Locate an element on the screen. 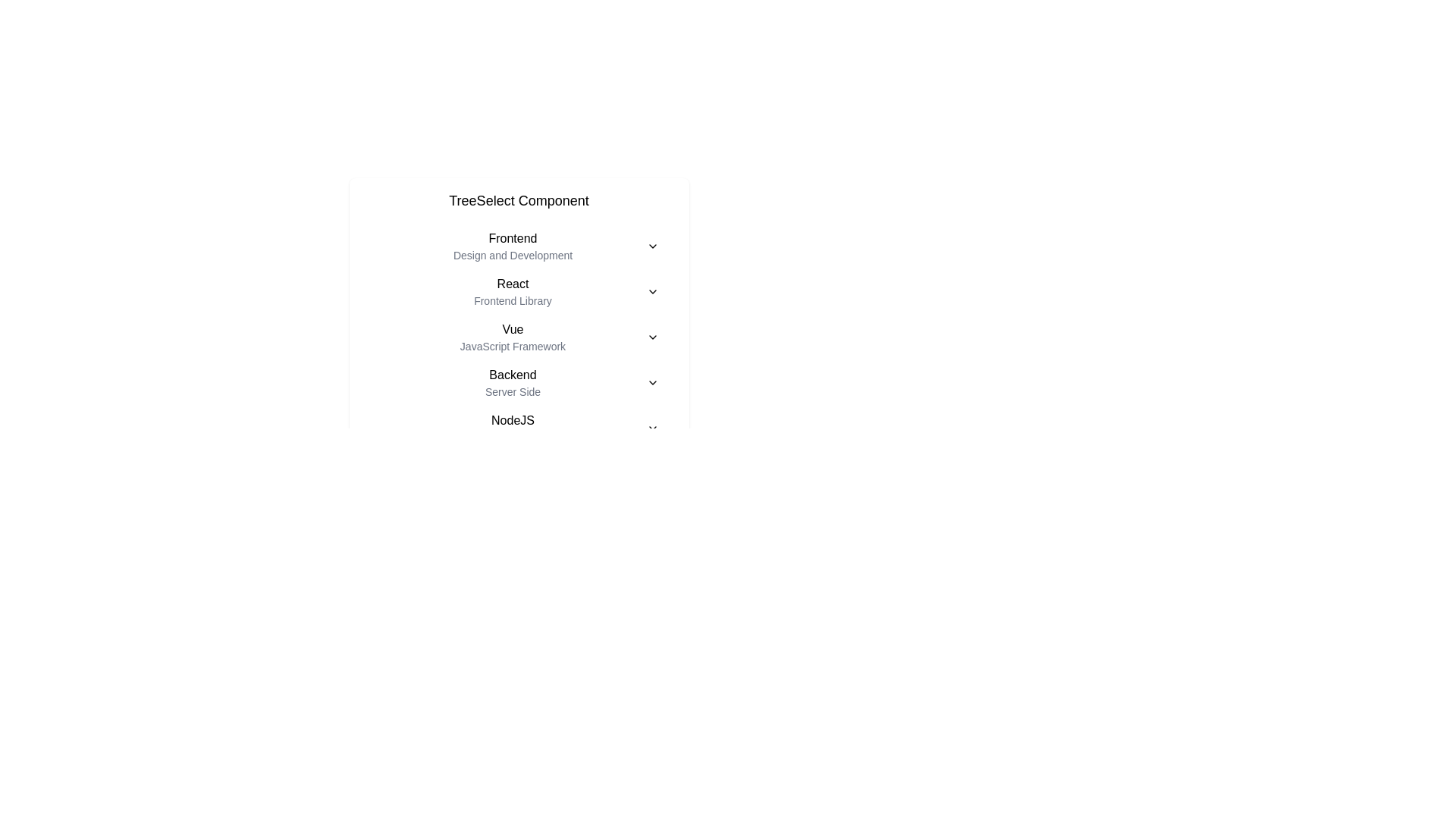 Image resolution: width=1456 pixels, height=819 pixels. the 'React' text label within the TreeSelect Component is located at coordinates (513, 292).